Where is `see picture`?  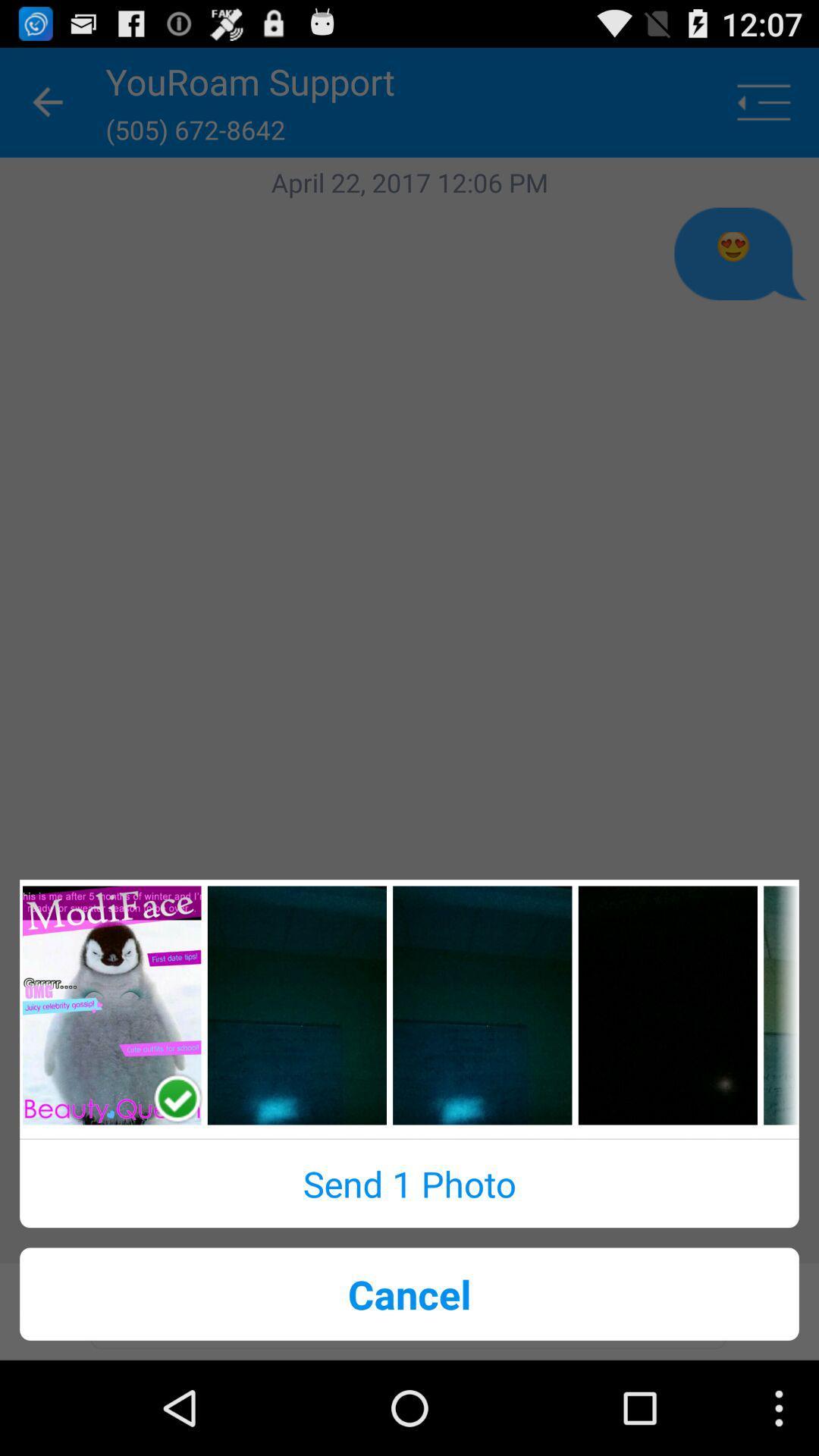
see picture is located at coordinates (482, 1005).